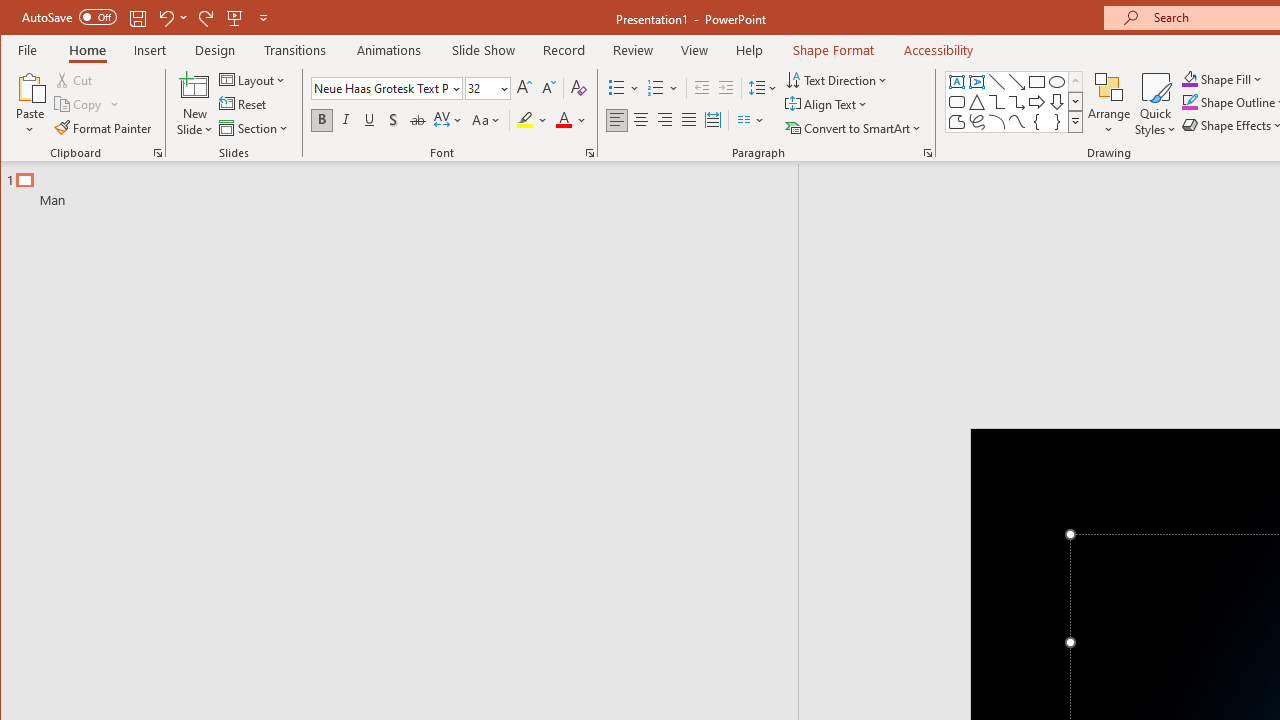 This screenshot has width=1280, height=720. What do you see at coordinates (243, 104) in the screenshot?
I see `'Reset'` at bounding box center [243, 104].